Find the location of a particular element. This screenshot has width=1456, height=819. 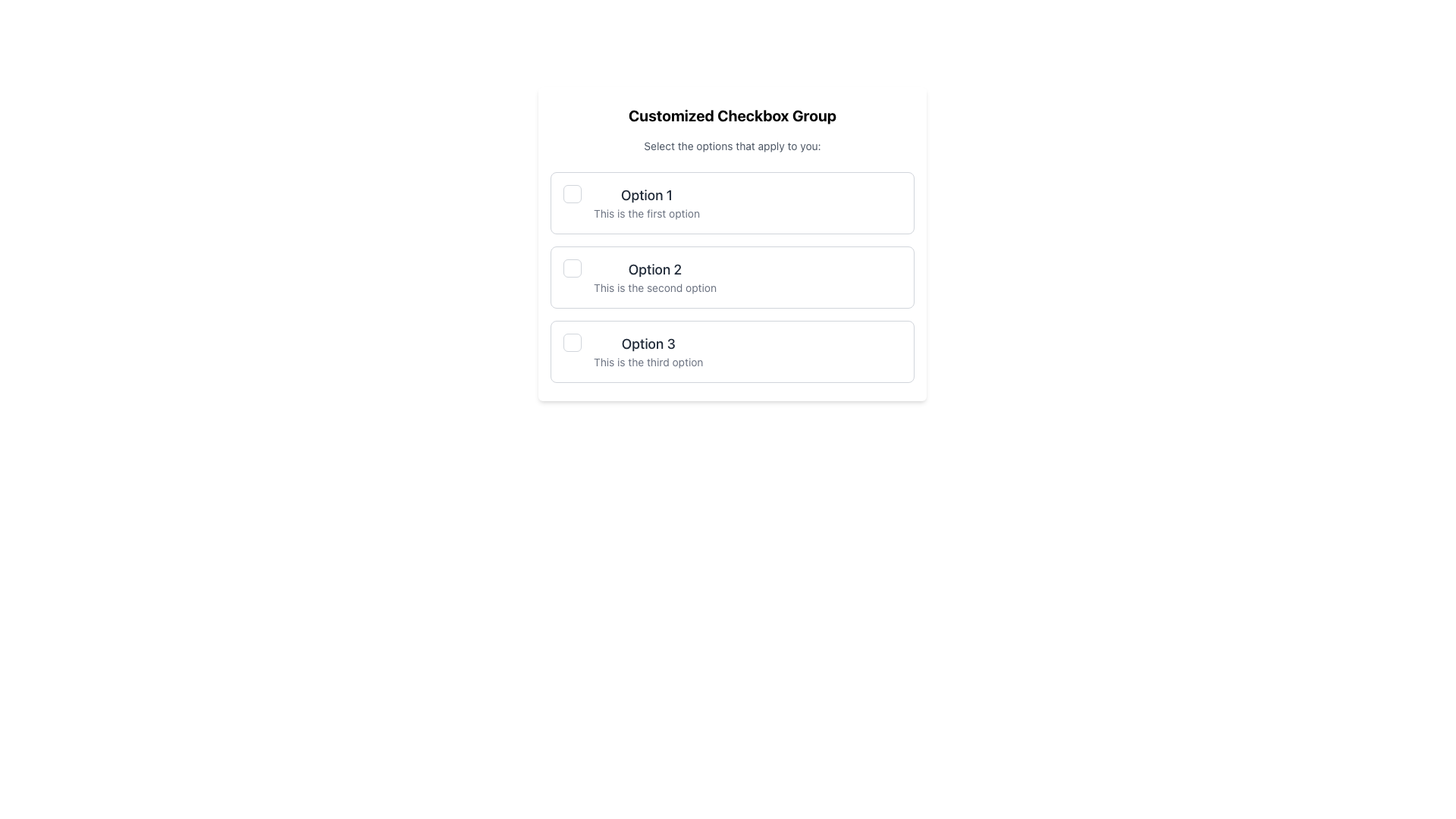

the static text label representing the title of the second option in a vertical list of choices, positioned between 'Option 1' and 'Option 3' is located at coordinates (655, 268).